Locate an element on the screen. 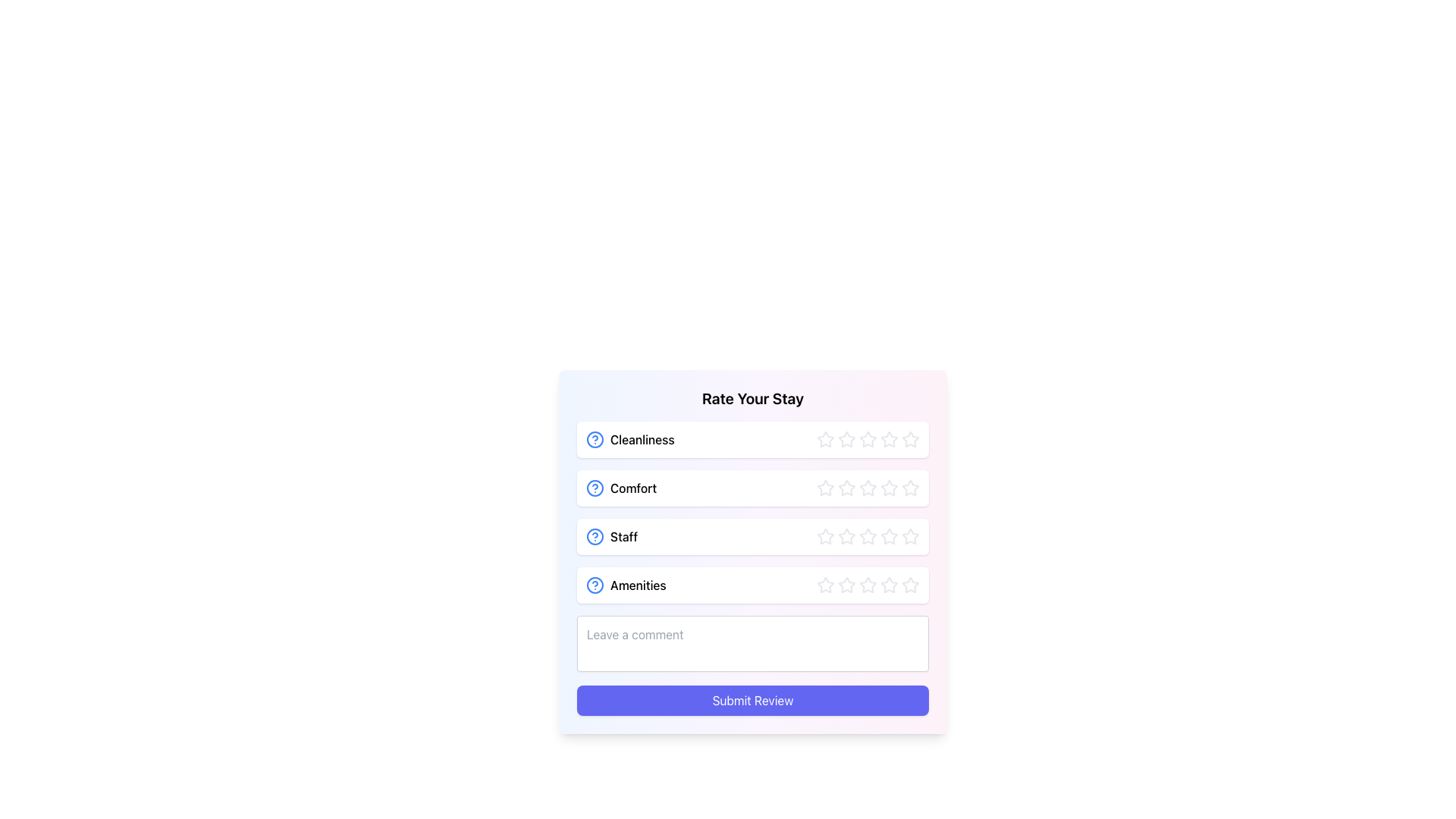 The image size is (1456, 819). the 'Amenities' Rating Row, which includes star icons for user interaction, to allow for rating selection is located at coordinates (753, 584).